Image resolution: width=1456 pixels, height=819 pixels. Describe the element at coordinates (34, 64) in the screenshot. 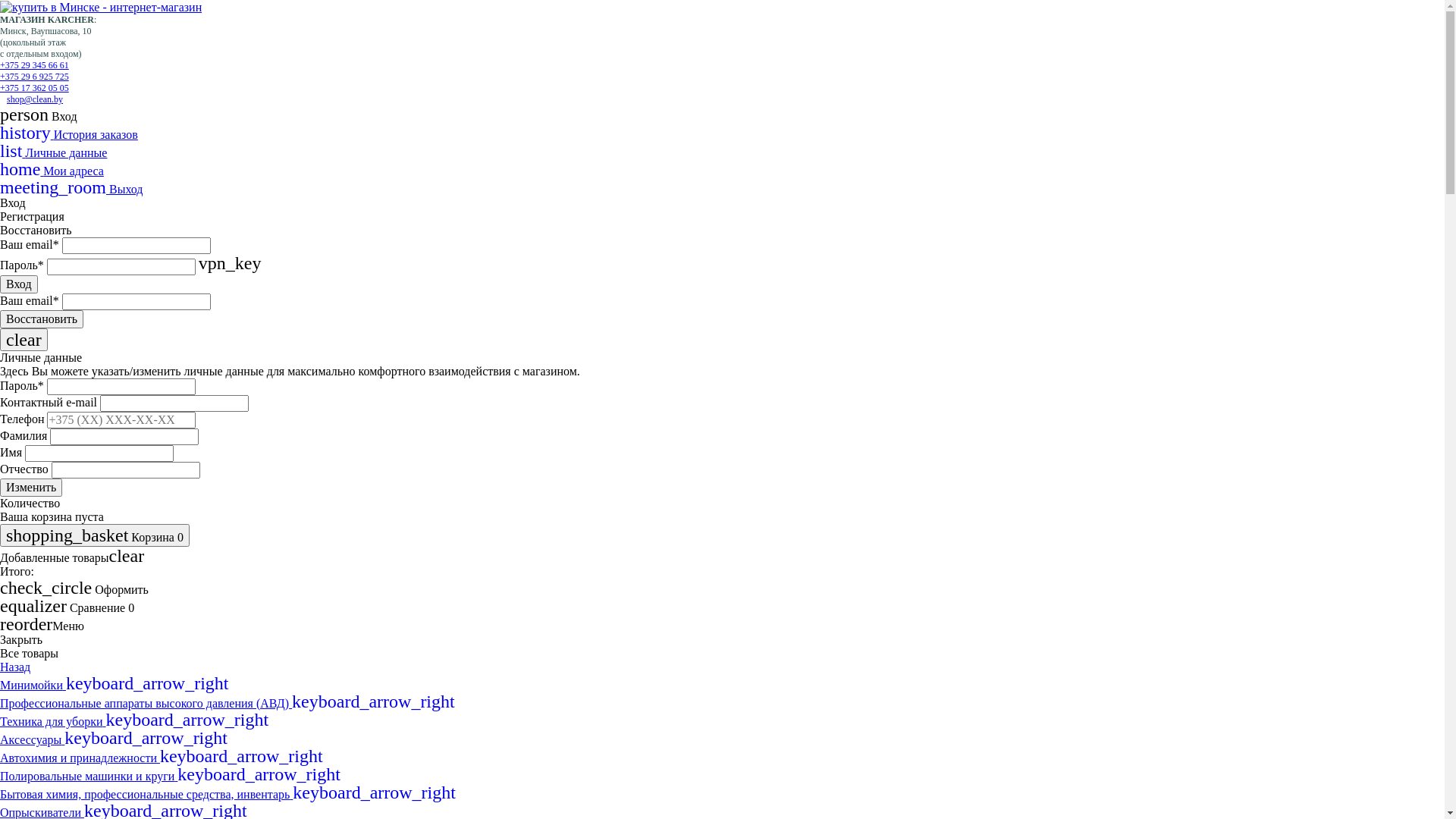

I see `'+375 29 345 66 61'` at that location.